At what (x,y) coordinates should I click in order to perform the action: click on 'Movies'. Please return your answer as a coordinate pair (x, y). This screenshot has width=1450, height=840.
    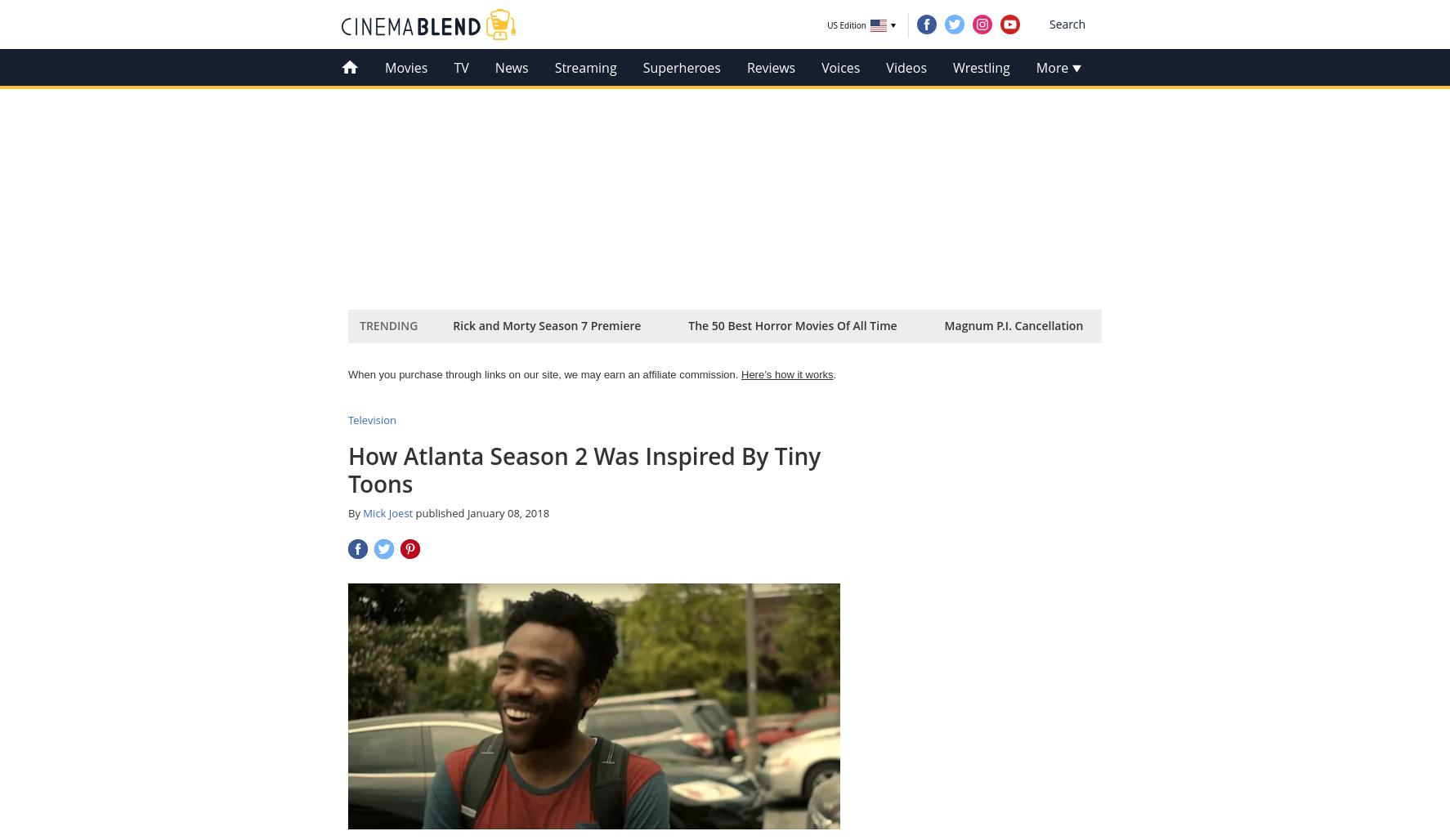
    Looking at the image, I should click on (384, 66).